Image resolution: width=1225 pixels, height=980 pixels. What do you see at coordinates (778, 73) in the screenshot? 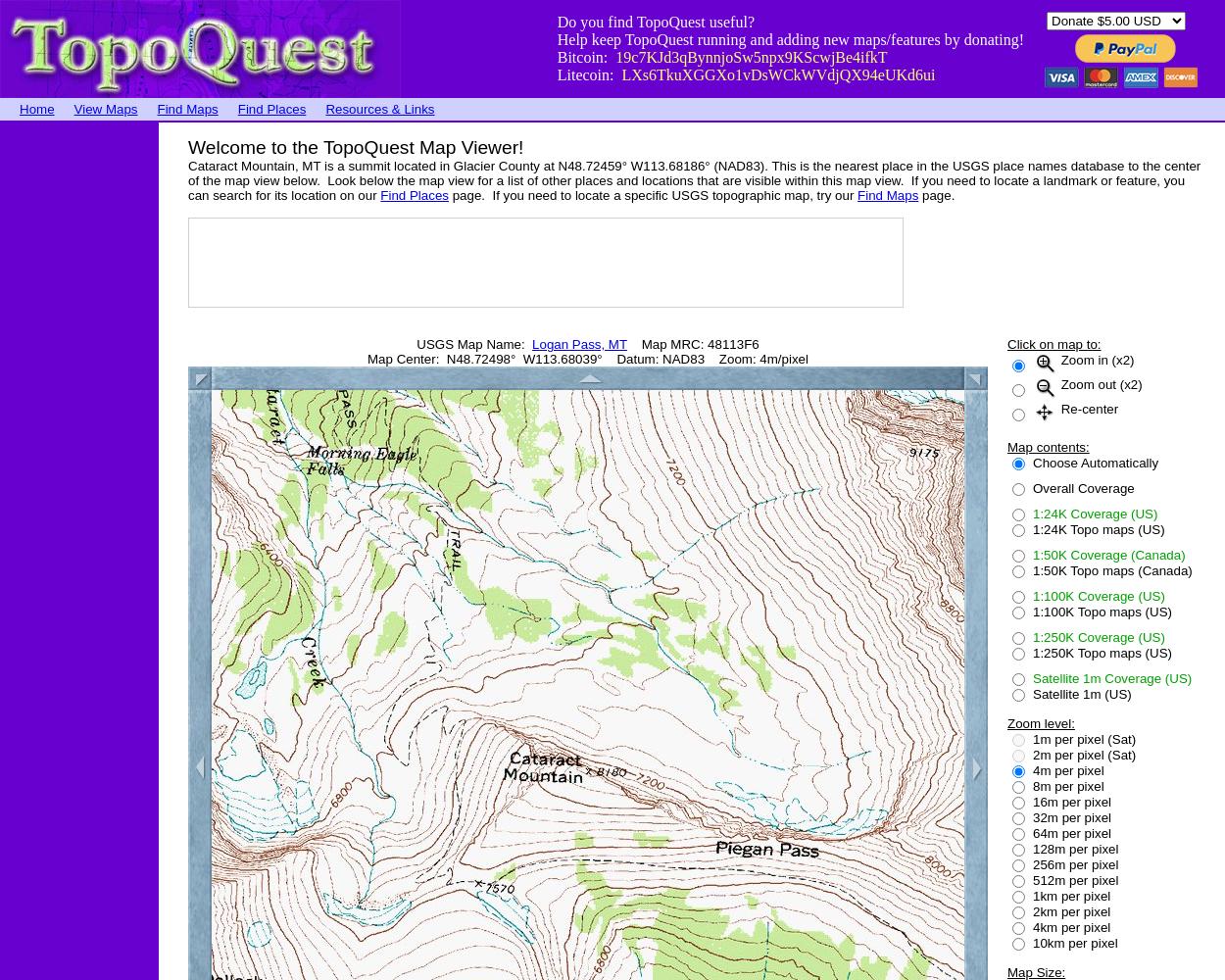
I see `'LXs6TkuXGGXo1vDsWCkWVdjQX94eUKd6ui'` at bounding box center [778, 73].